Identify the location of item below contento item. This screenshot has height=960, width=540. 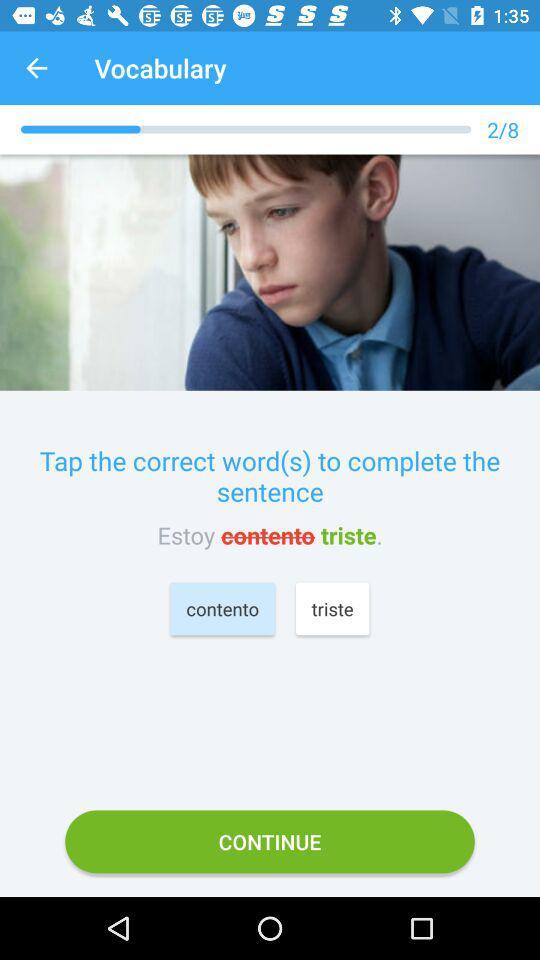
(270, 840).